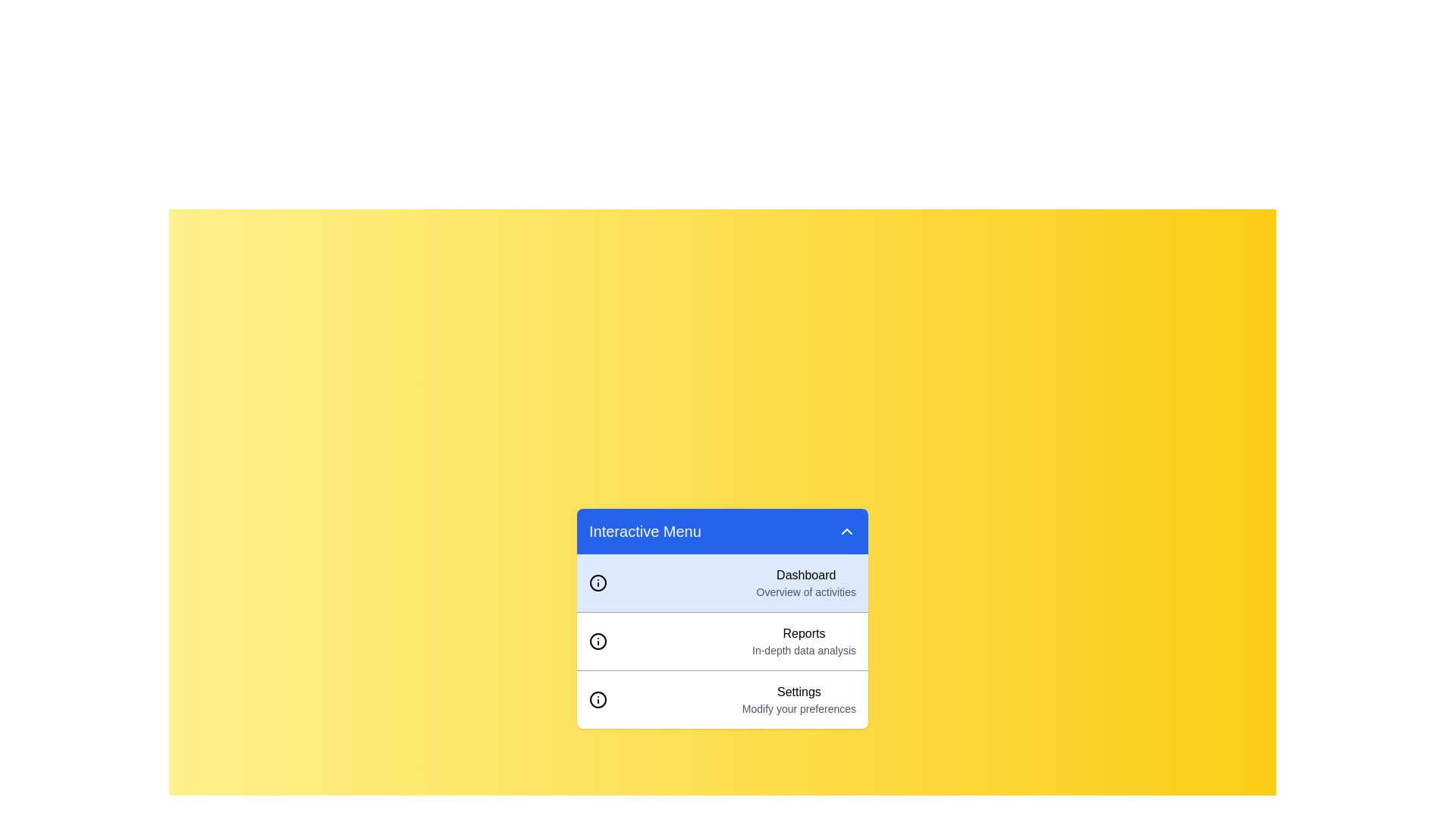 The width and height of the screenshot is (1456, 819). Describe the element at coordinates (722, 582) in the screenshot. I see `the item Dashboard from the list` at that location.